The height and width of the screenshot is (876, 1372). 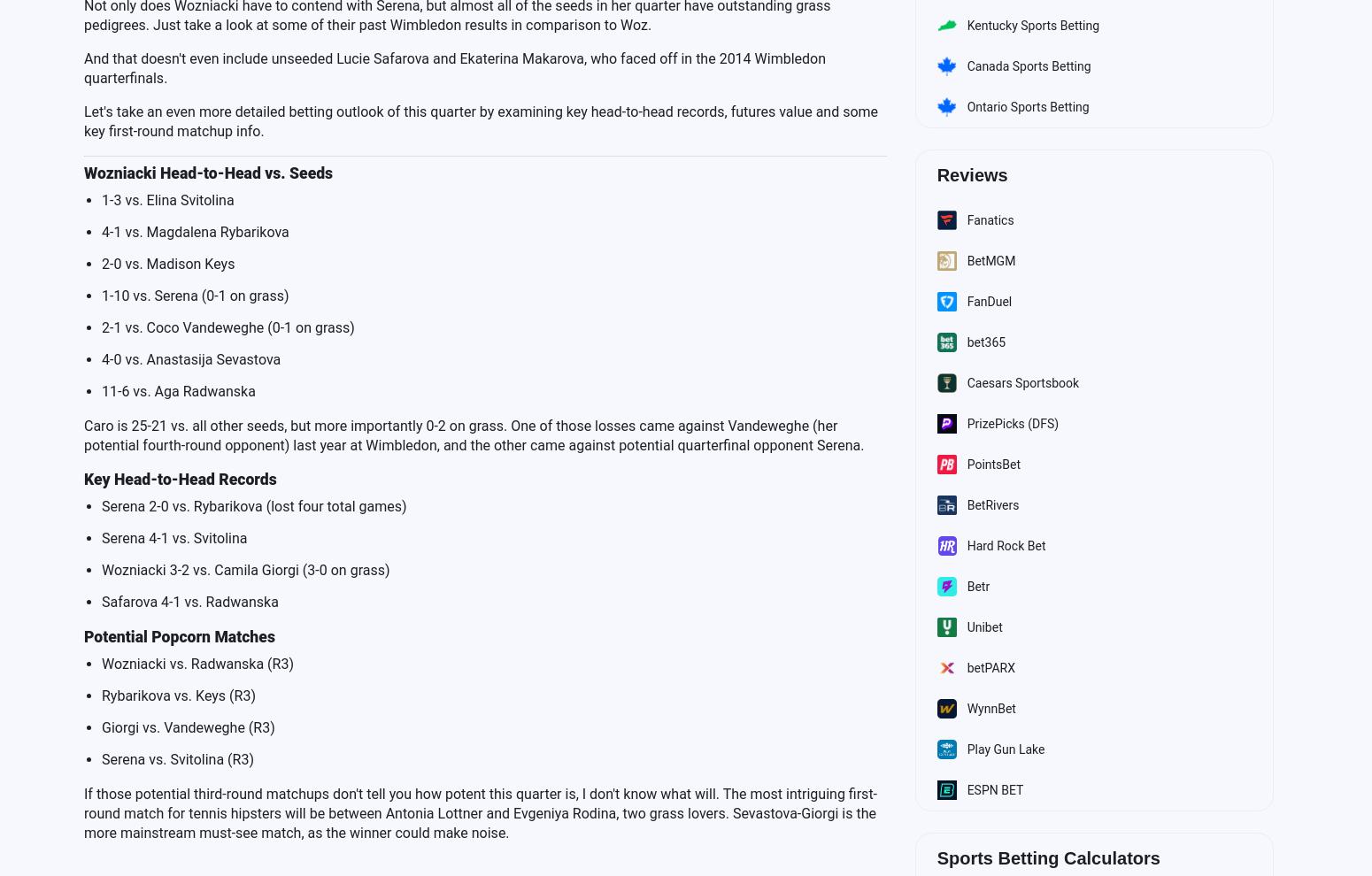 I want to click on 'Wozniacki 3-2 vs. Camila Giorgi (3-0 on grass)', so click(x=245, y=568).